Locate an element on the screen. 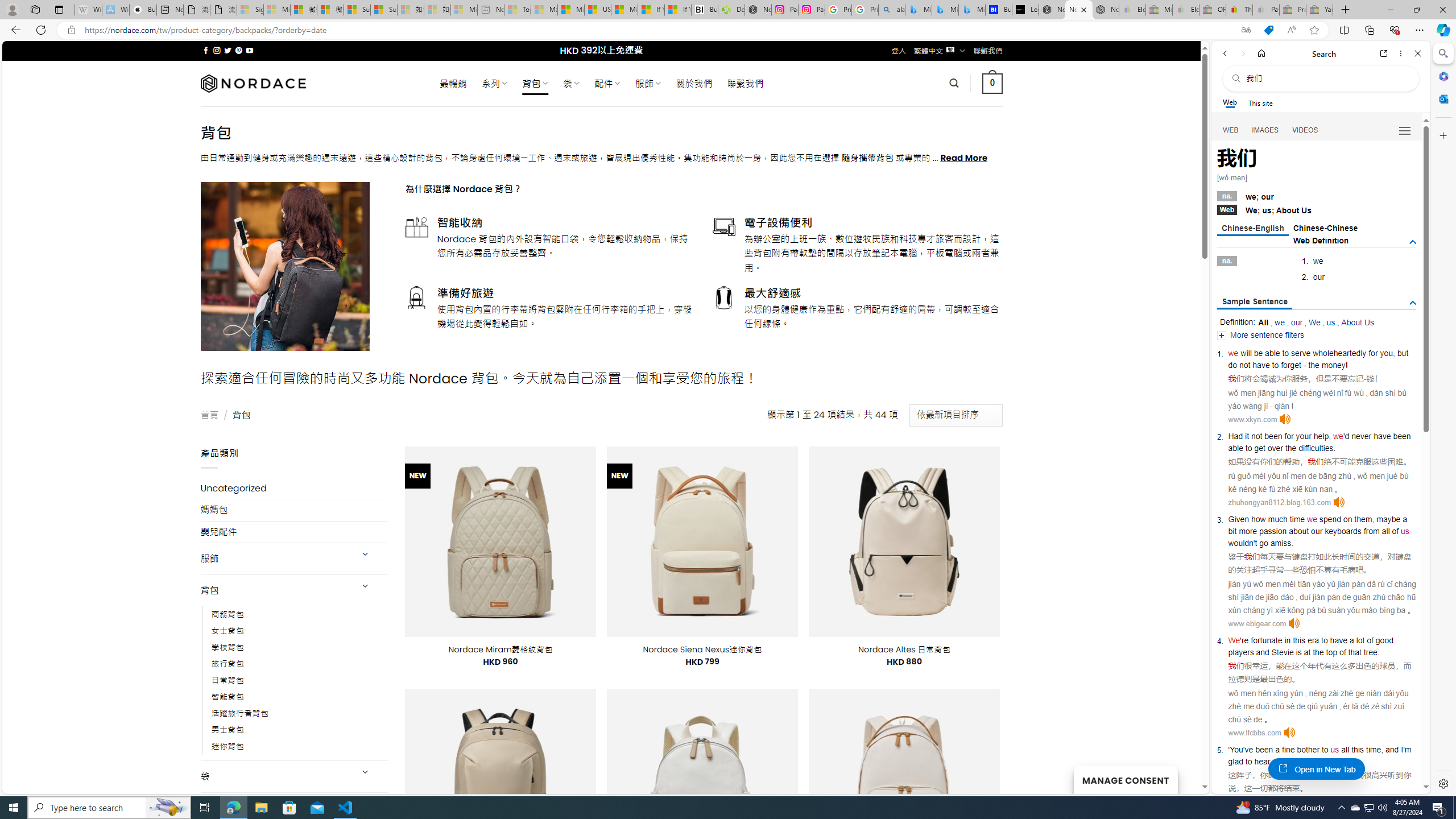 The image size is (1456, 819). 'over' is located at coordinates (1275, 448).